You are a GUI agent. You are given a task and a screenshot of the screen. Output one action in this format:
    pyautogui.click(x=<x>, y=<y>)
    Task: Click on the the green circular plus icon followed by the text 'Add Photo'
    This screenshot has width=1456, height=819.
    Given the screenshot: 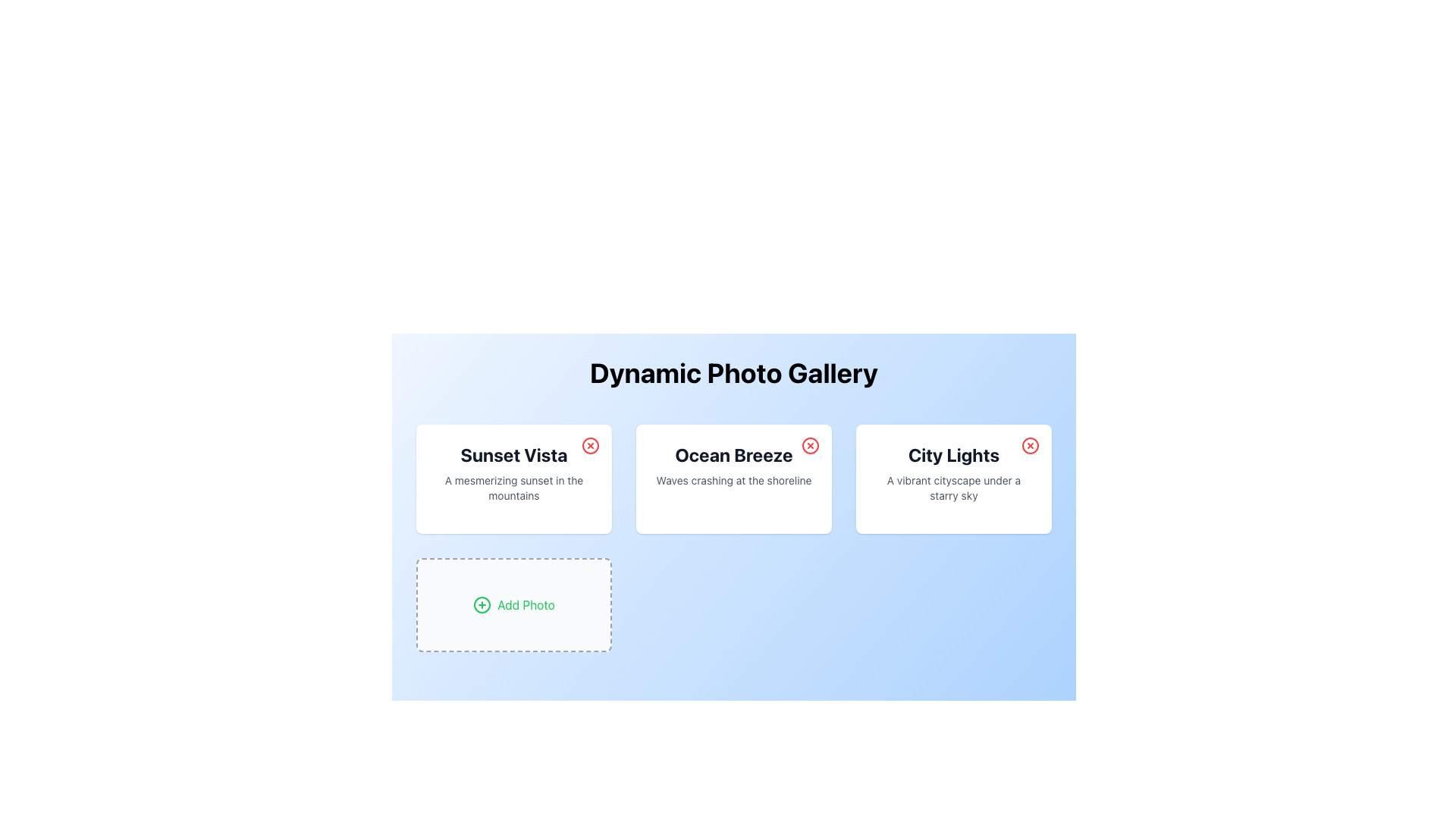 What is the action you would take?
    pyautogui.click(x=513, y=604)
    